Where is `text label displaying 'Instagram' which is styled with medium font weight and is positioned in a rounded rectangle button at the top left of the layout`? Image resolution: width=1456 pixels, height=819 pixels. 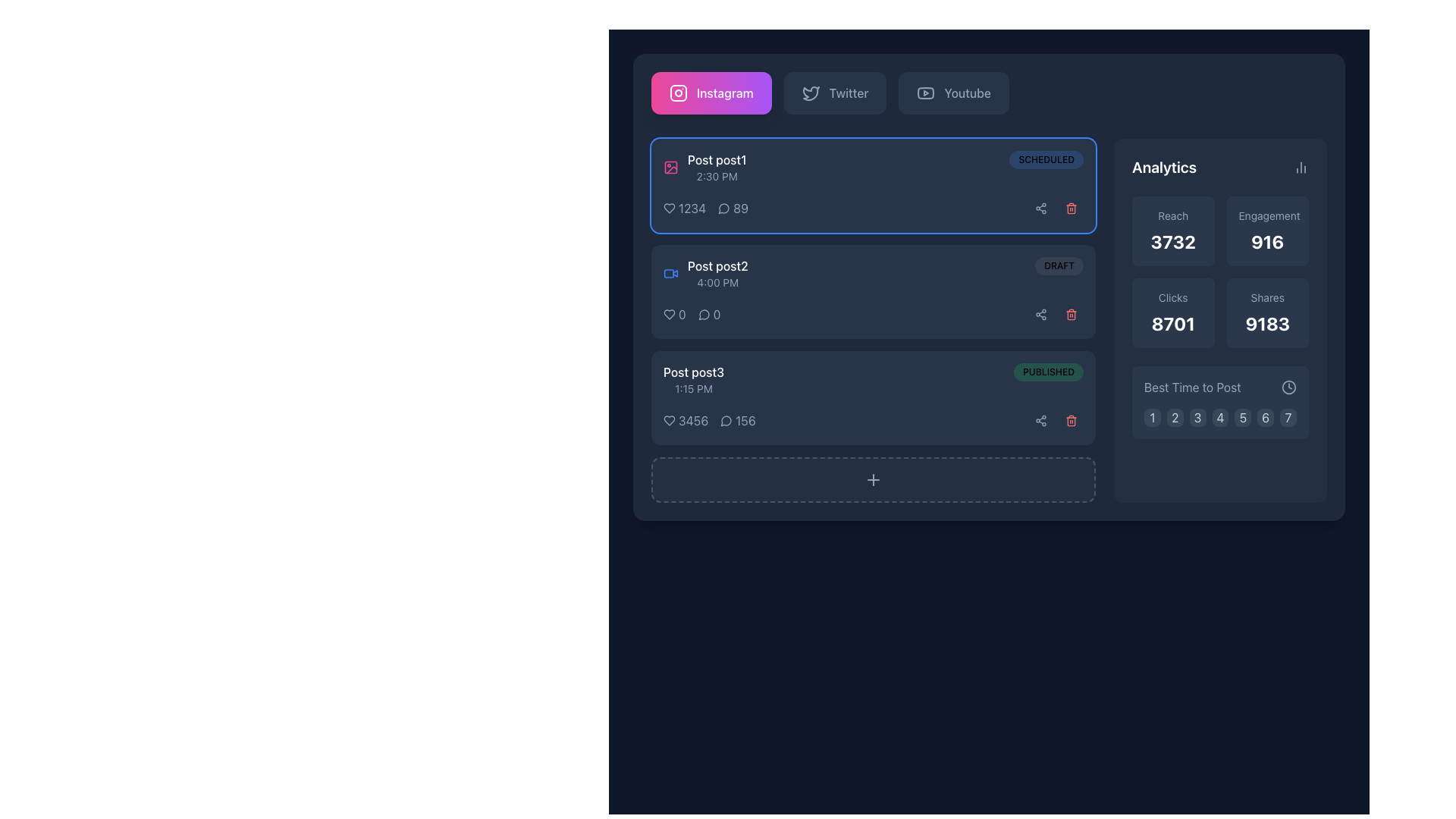
text label displaying 'Instagram' which is styled with medium font weight and is positioned in a rounded rectangle button at the top left of the layout is located at coordinates (724, 93).